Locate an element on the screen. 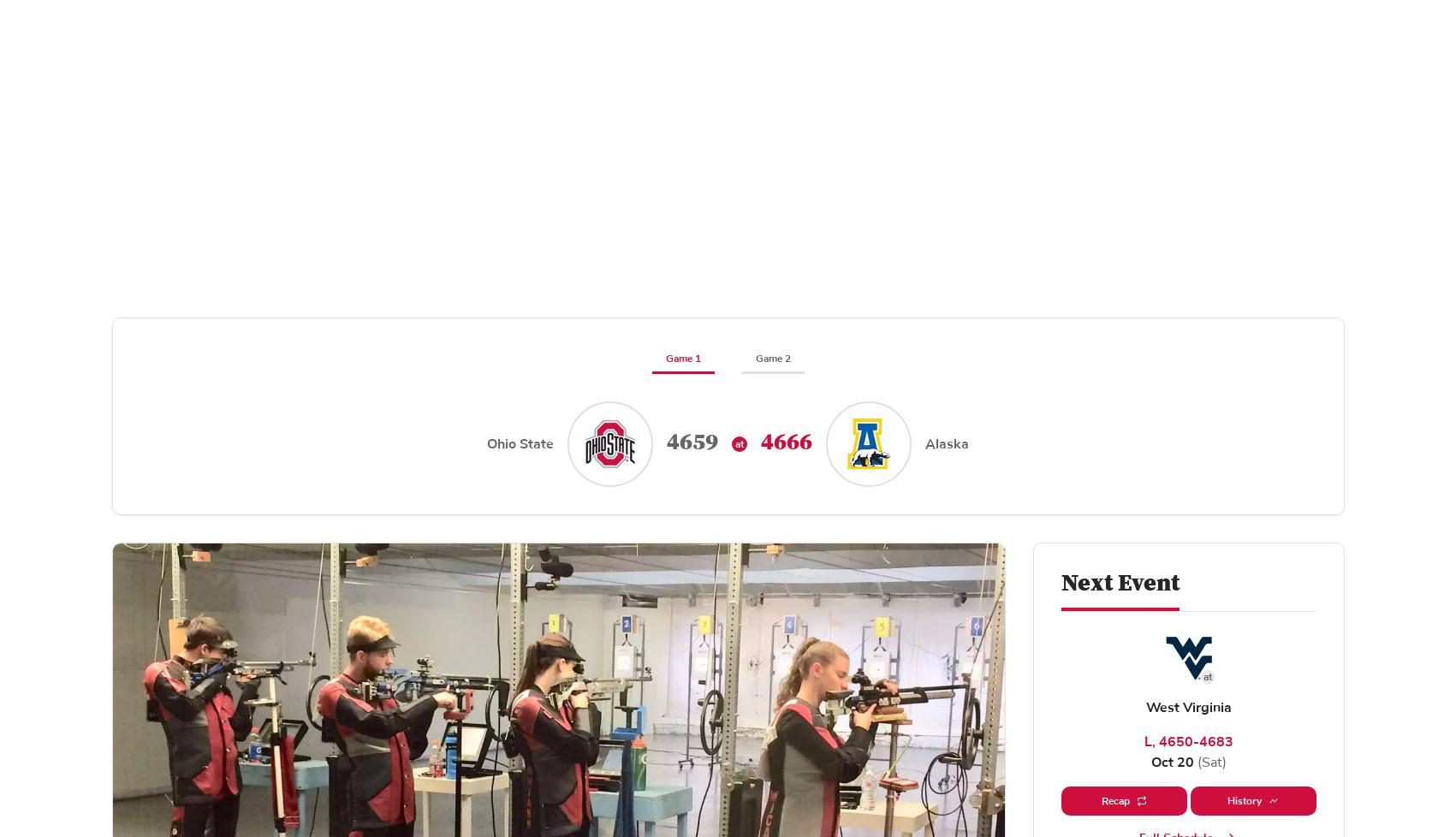  'Recruiting' is located at coordinates (1170, 122).